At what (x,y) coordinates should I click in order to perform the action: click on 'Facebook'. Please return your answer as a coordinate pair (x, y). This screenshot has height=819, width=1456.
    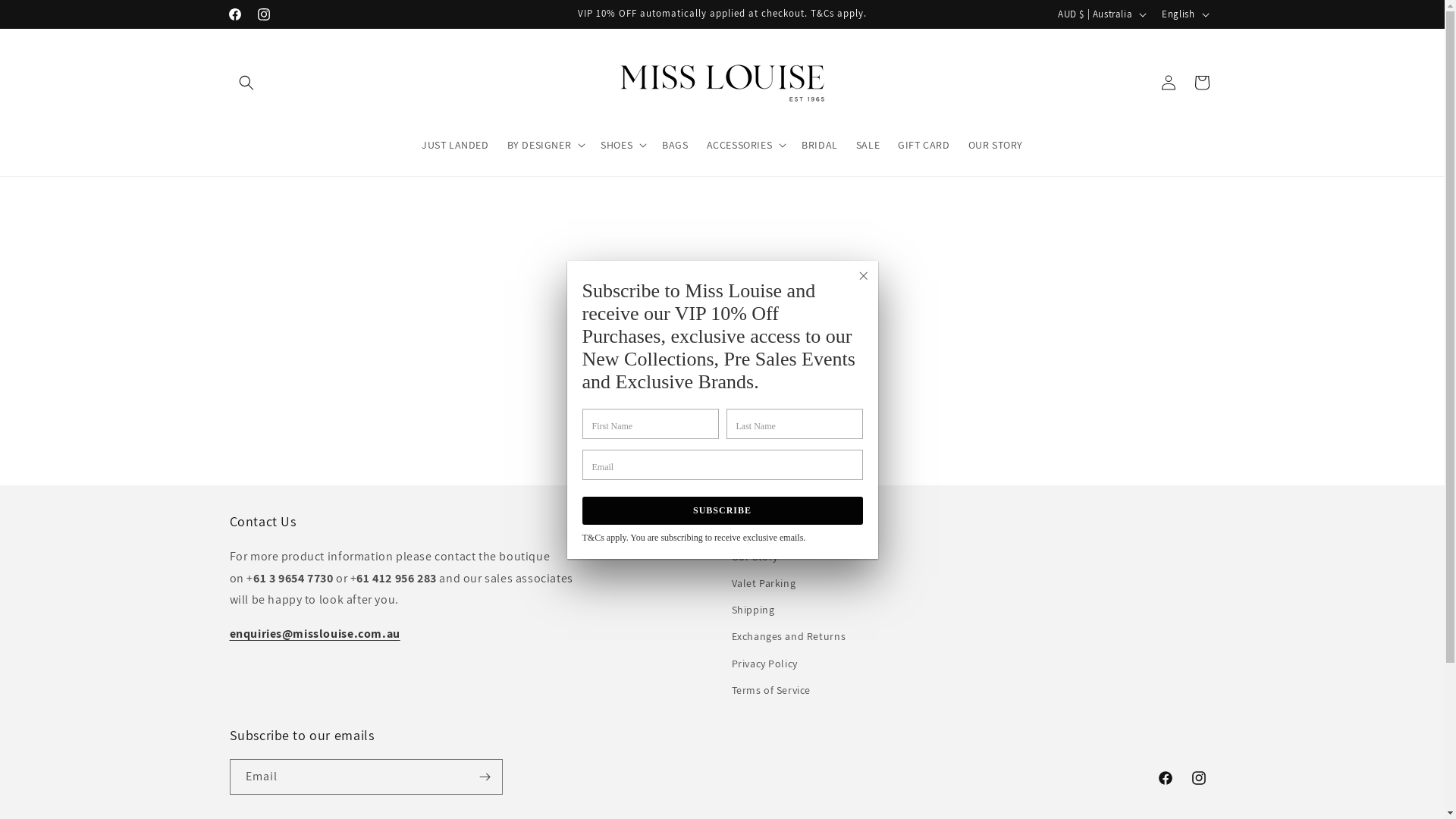
    Looking at the image, I should click on (233, 14).